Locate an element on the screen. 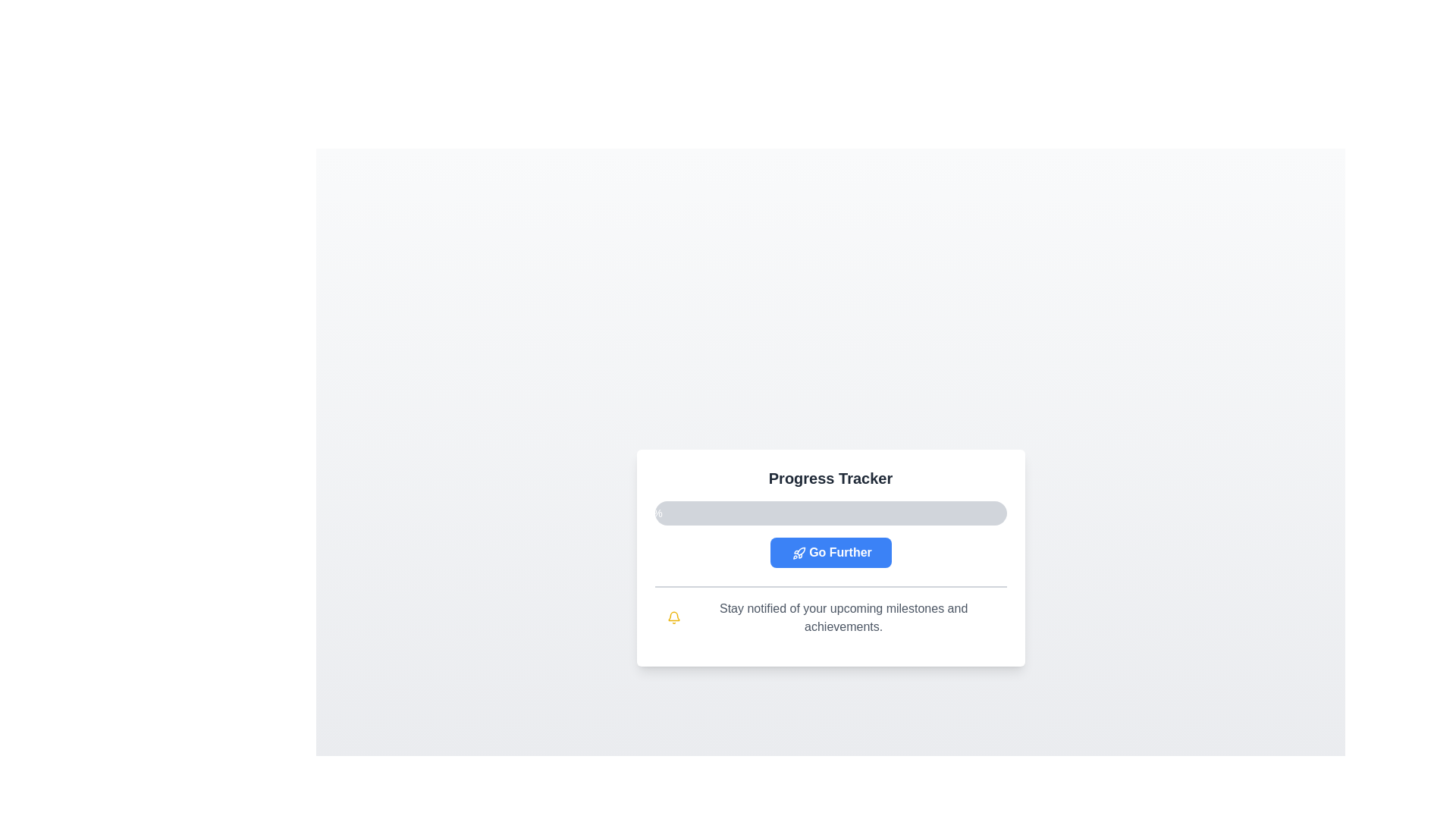  the Text Label at the top of the white rounded card component that indicates its purpose as a progress tracker is located at coordinates (830, 479).